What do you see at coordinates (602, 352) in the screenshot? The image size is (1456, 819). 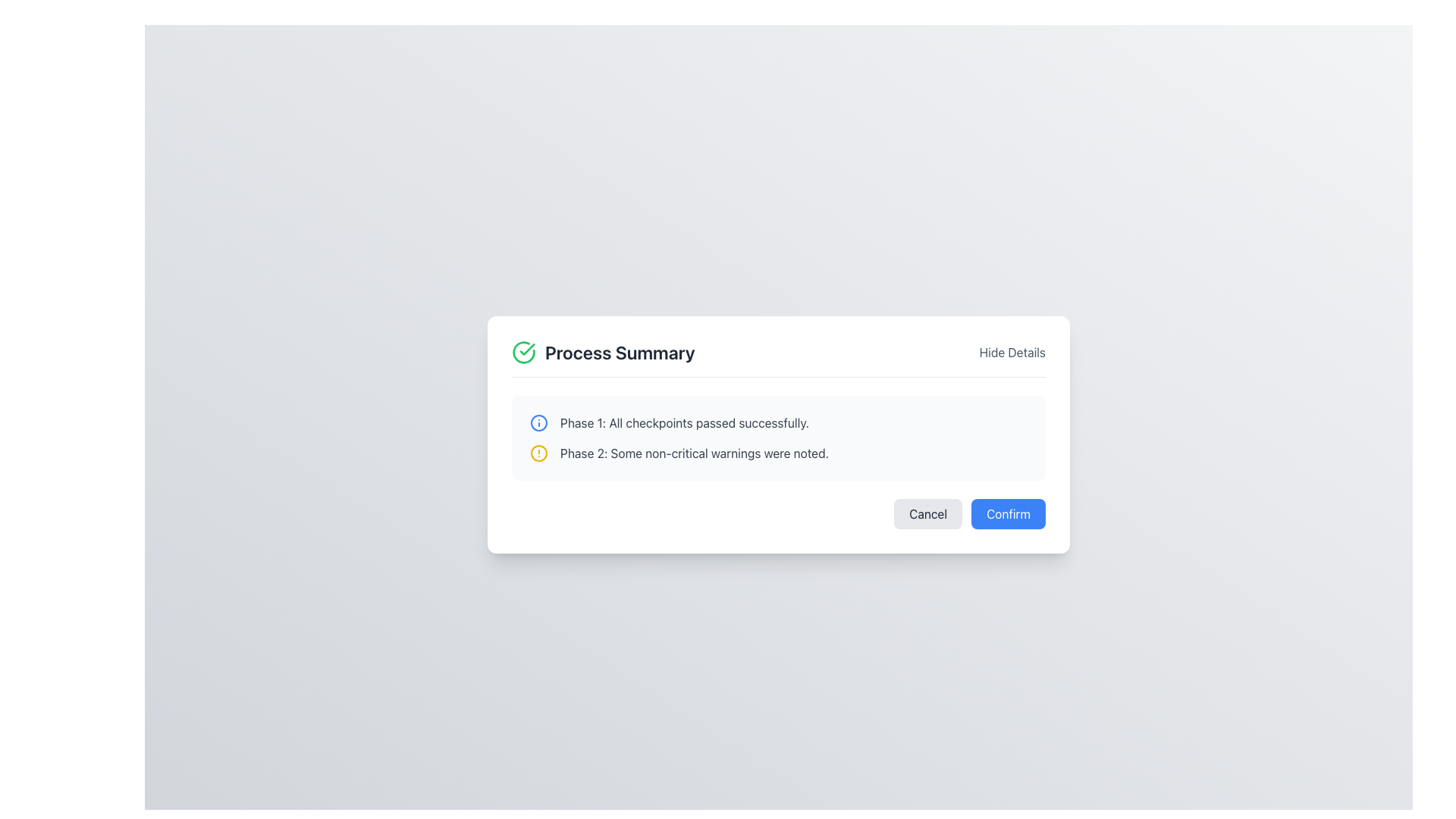 I see `the header label that indicates a summary of a process, positioned at the left center of the header area, aligned to the left of the 'Hide Details' text` at bounding box center [602, 352].